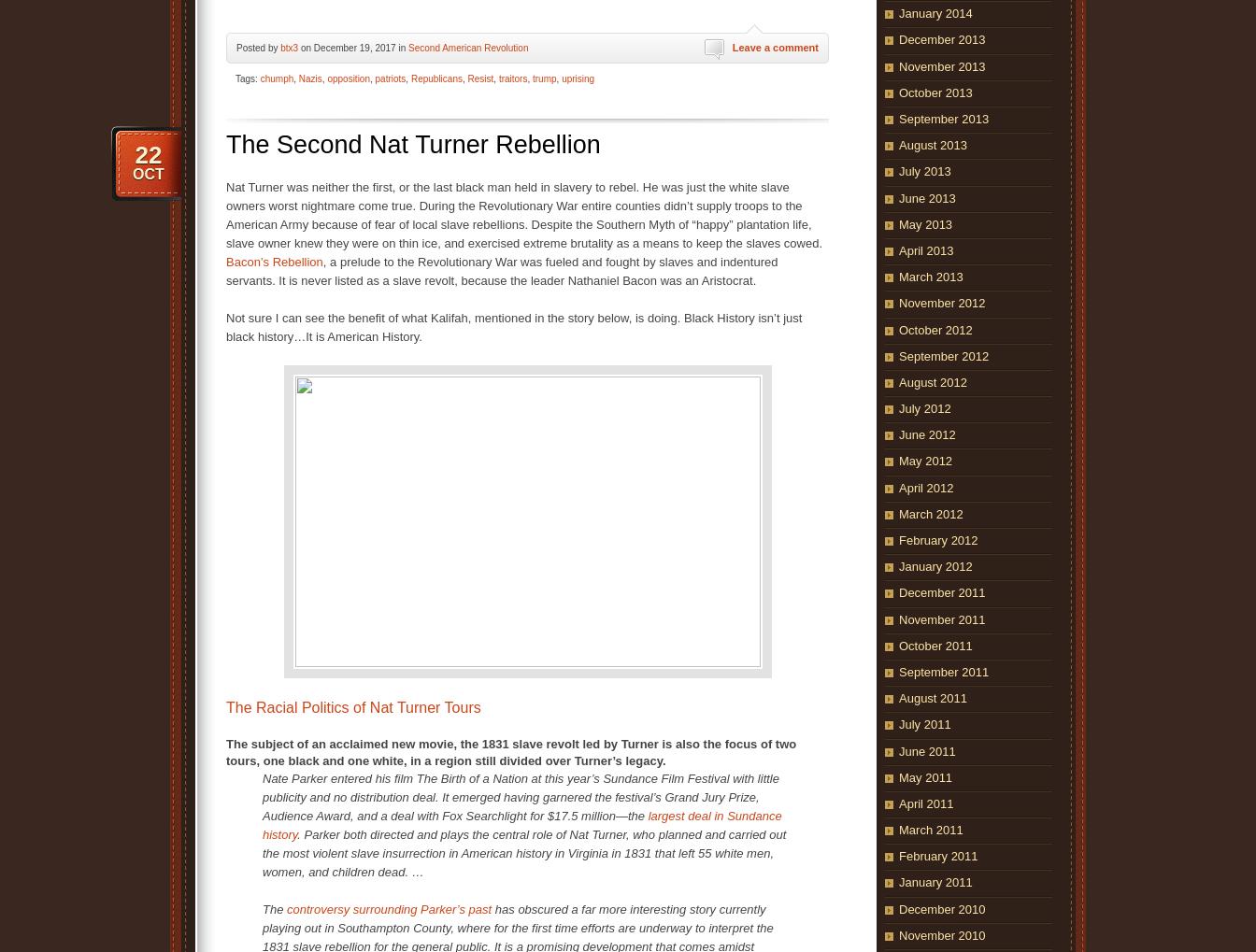 The height and width of the screenshot is (952, 1256). What do you see at coordinates (479, 78) in the screenshot?
I see `'Resist'` at bounding box center [479, 78].